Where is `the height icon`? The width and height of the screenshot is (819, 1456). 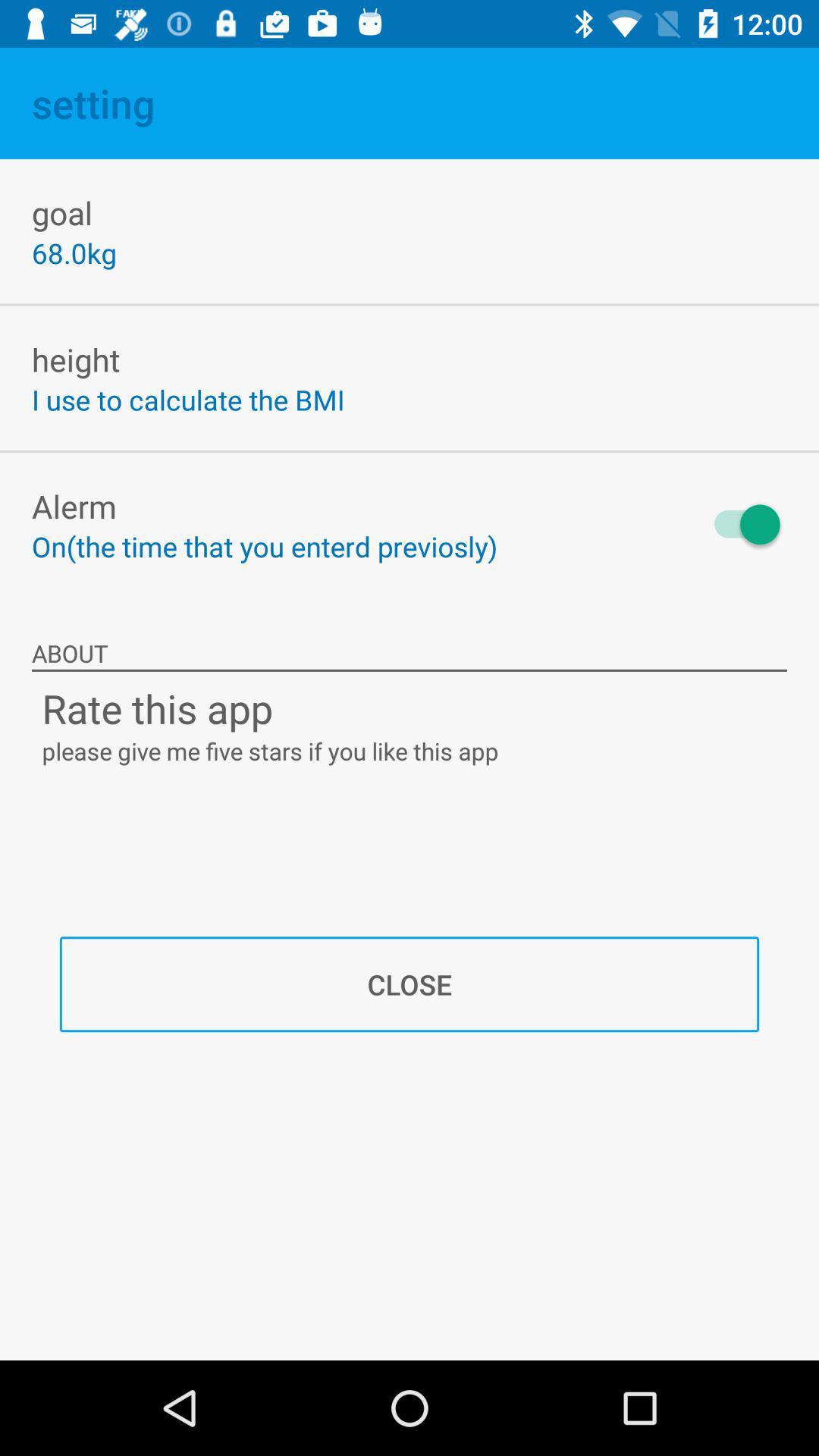
the height icon is located at coordinates (76, 359).